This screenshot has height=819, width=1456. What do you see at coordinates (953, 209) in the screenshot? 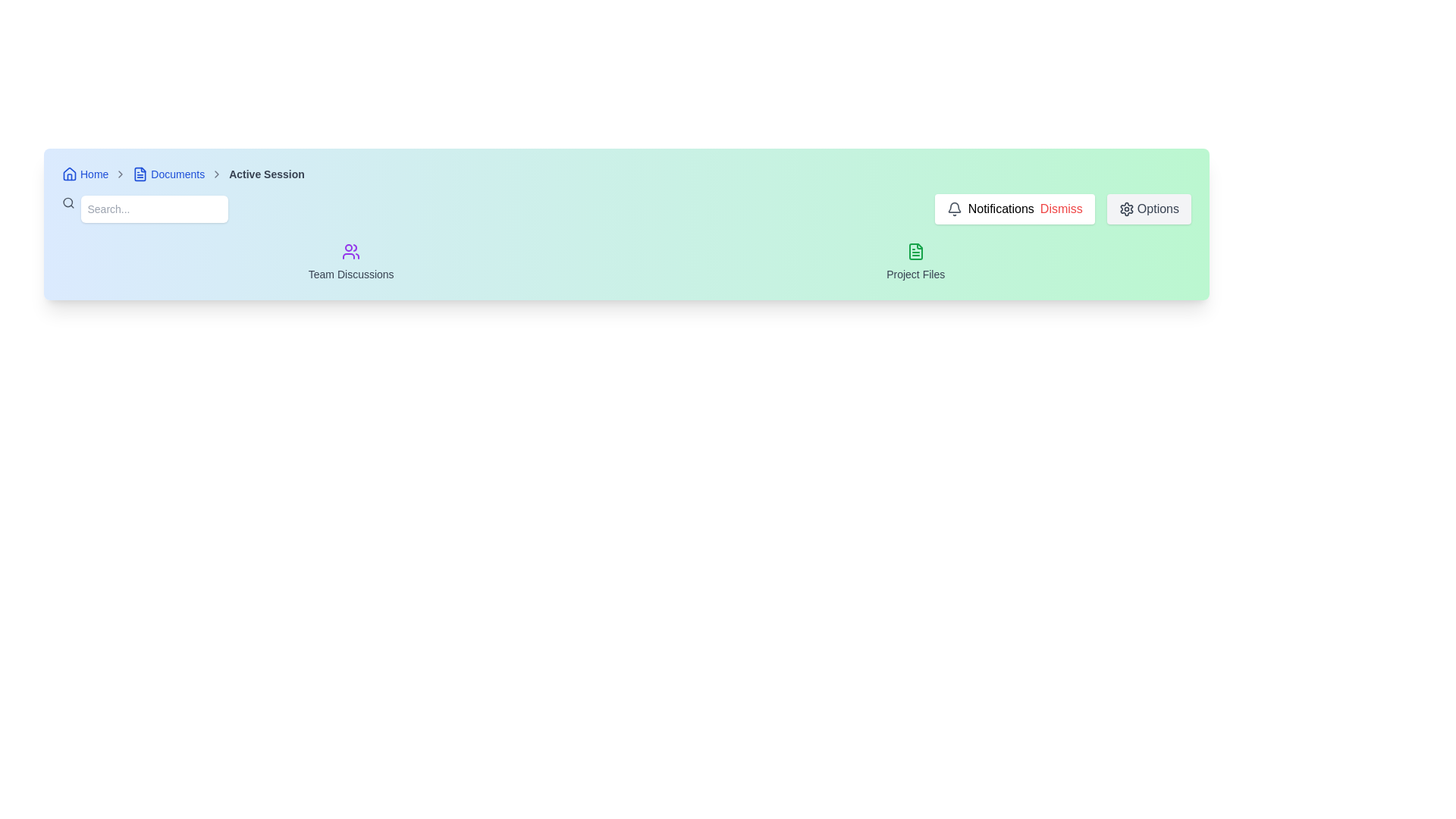
I see `the bell-shaped notification icon located to the left of the 'Notifications' label by moving the cursor to its center point` at bounding box center [953, 209].